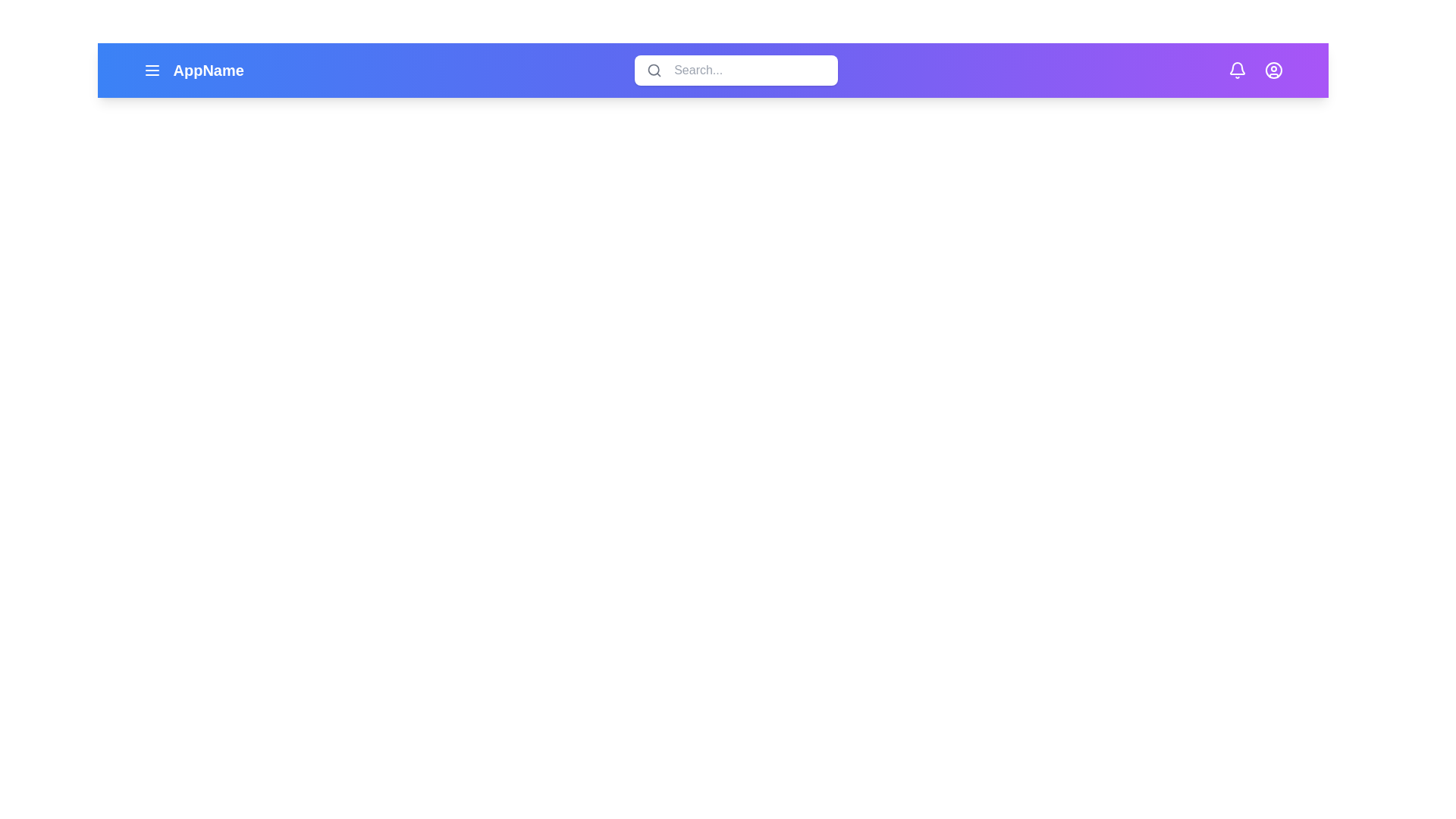 The height and width of the screenshot is (819, 1456). What do you see at coordinates (207, 70) in the screenshot?
I see `the application name to highlight it` at bounding box center [207, 70].